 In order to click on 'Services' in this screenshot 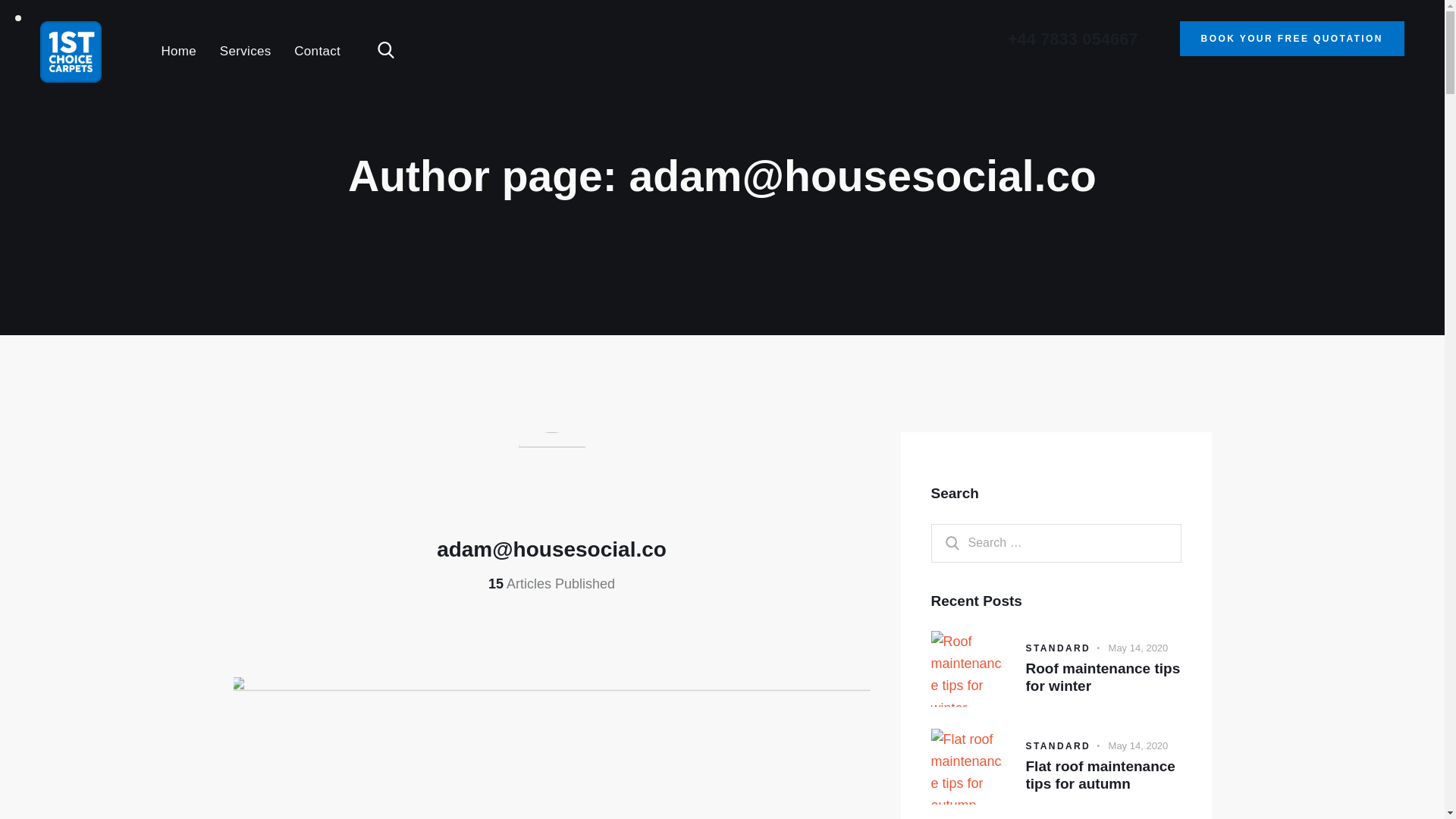, I will do `click(245, 52)`.